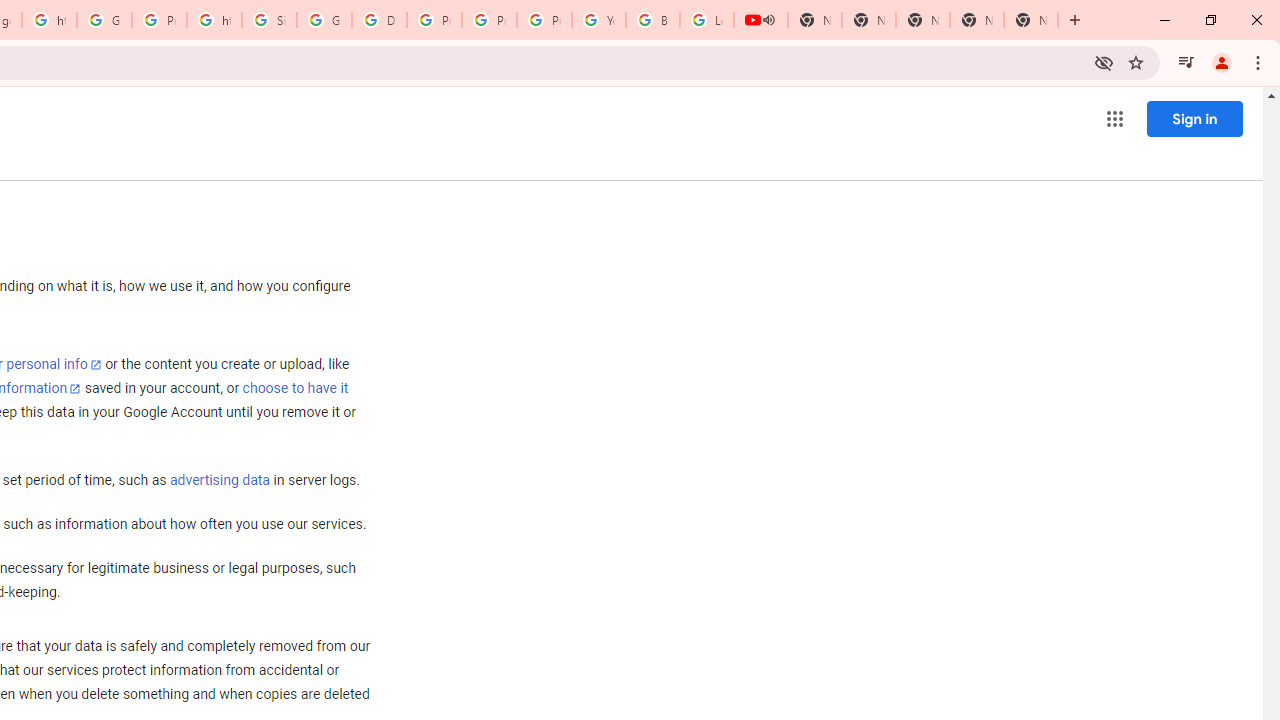 The height and width of the screenshot is (720, 1280). Describe the element at coordinates (54, 364) in the screenshot. I see `'personal info'` at that location.